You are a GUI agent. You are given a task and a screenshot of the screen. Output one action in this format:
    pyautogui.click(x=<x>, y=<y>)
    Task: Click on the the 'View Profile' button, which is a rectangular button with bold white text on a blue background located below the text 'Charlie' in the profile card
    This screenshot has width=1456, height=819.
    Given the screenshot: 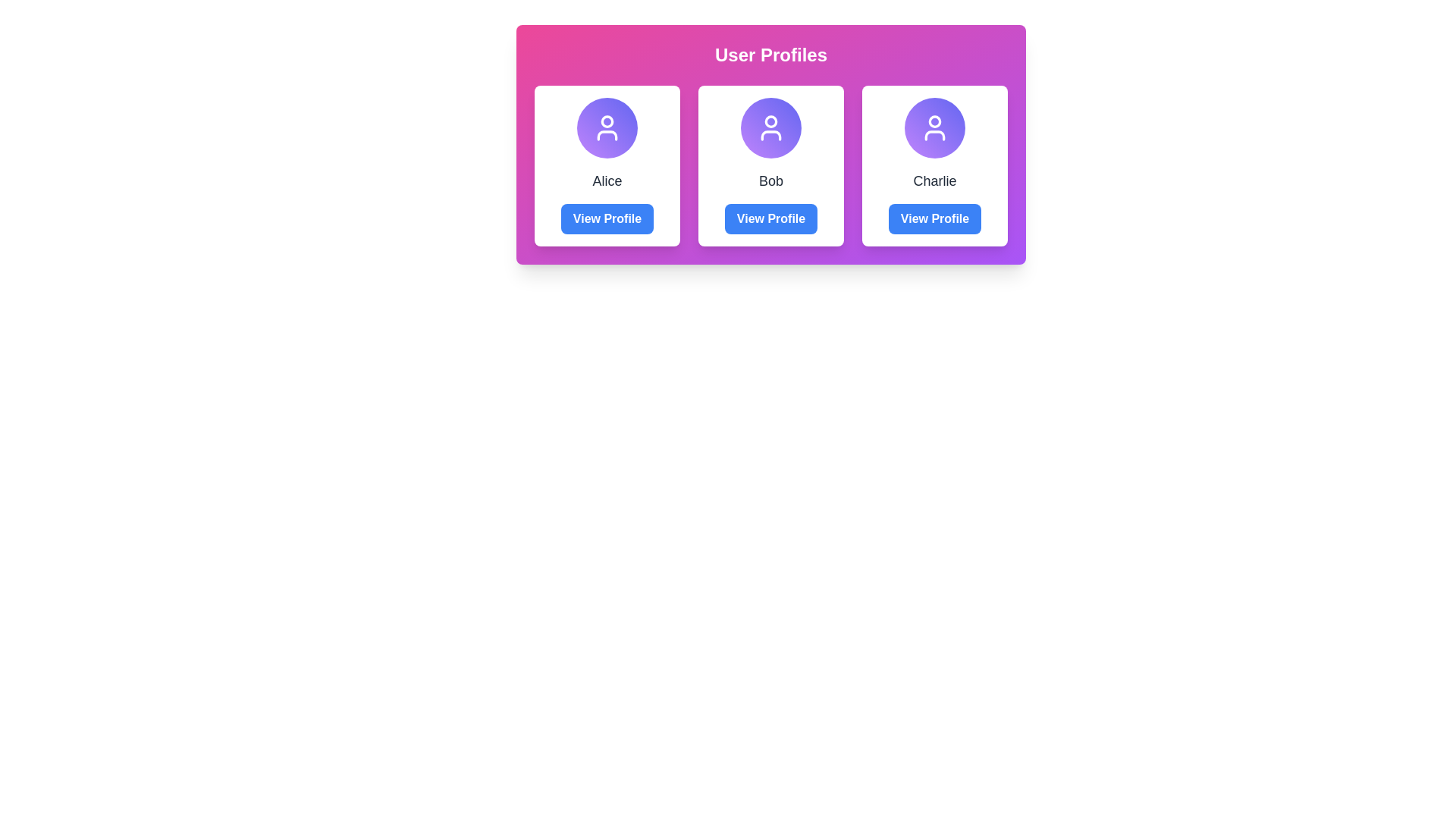 What is the action you would take?
    pyautogui.click(x=934, y=219)
    